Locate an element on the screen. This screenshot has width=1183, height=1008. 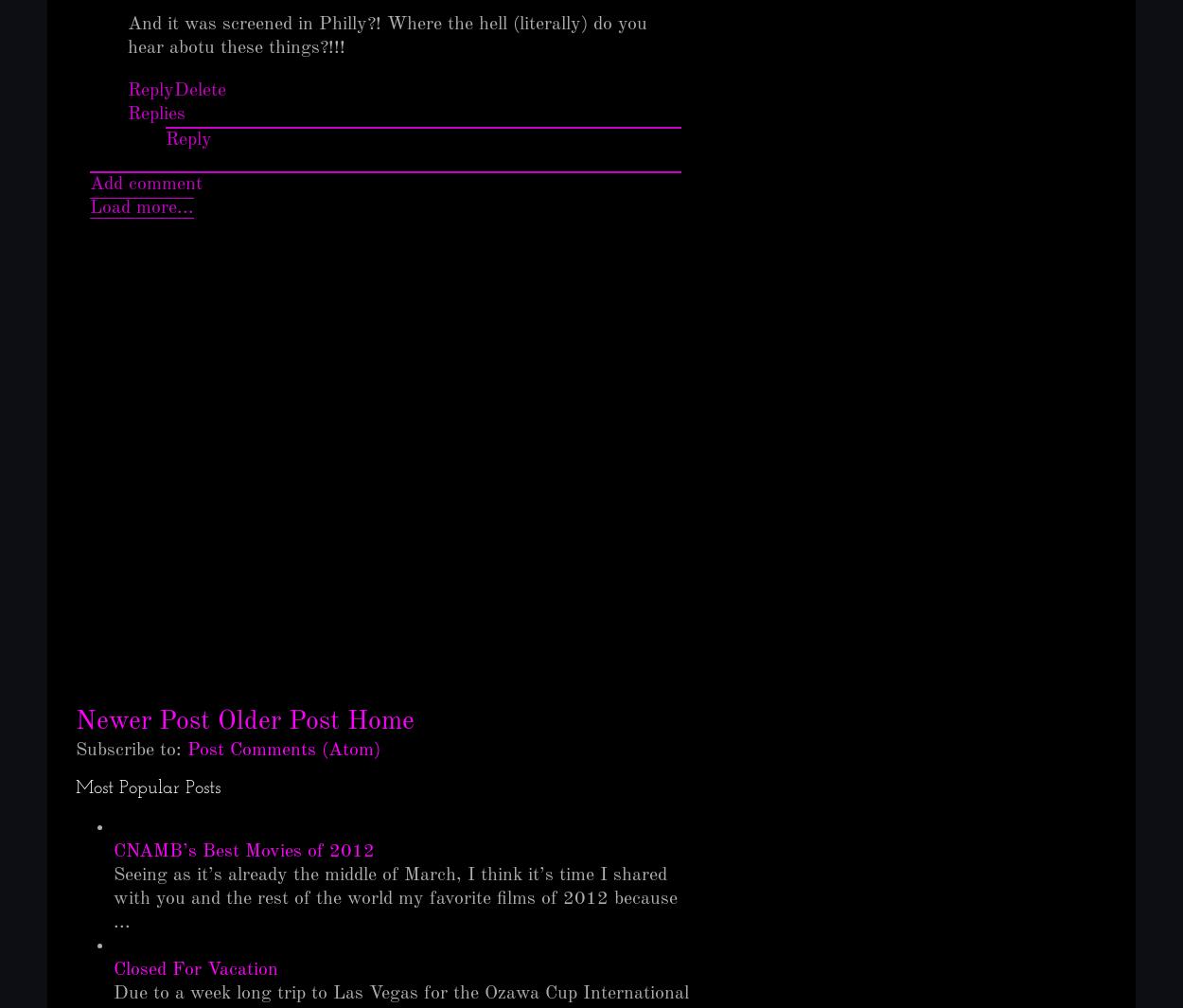
'Delete' is located at coordinates (199, 89).